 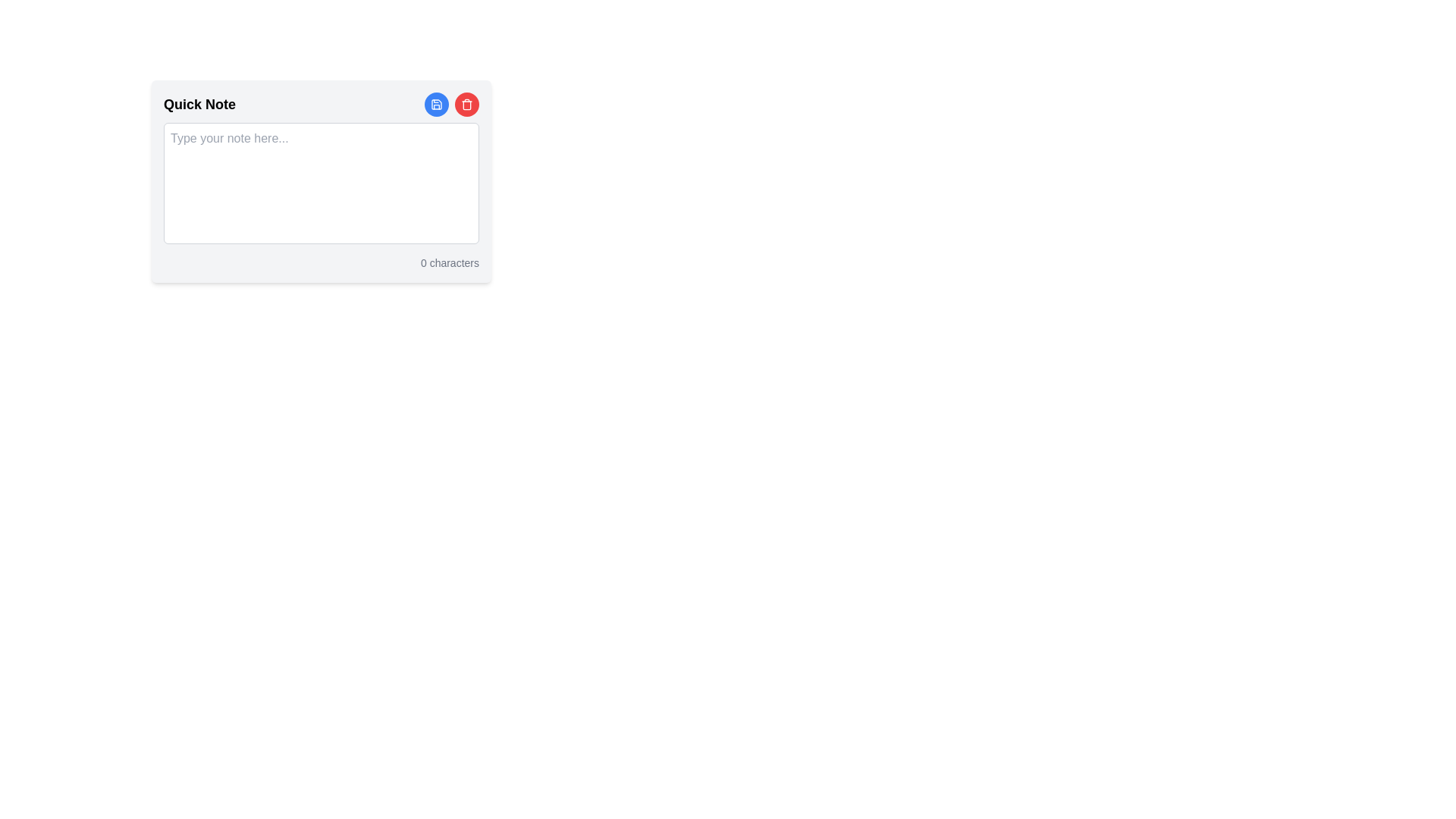 I want to click on the circular blue save button with a white save icon located at the top-right of the note-taking interface, so click(x=436, y=104).